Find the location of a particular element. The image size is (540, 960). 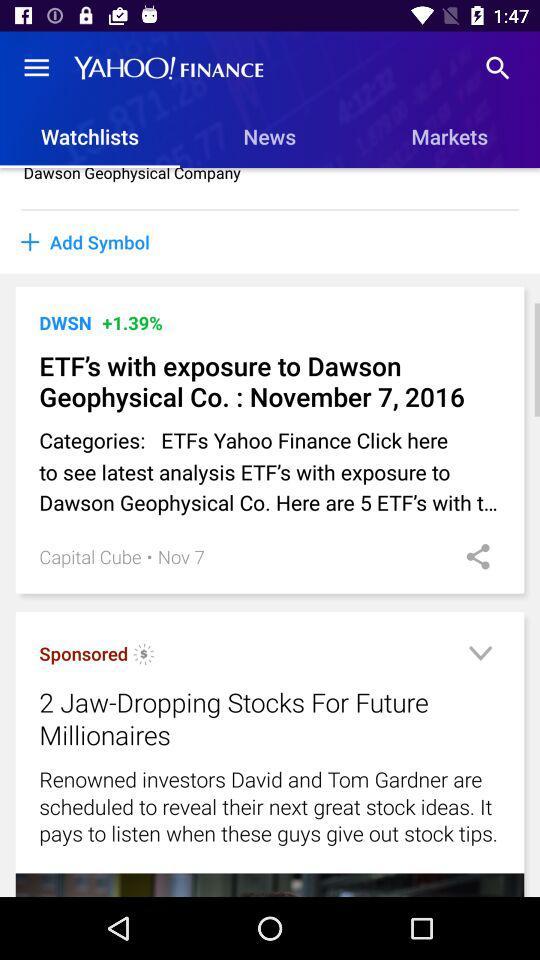

the categories etfs yahoo is located at coordinates (270, 471).